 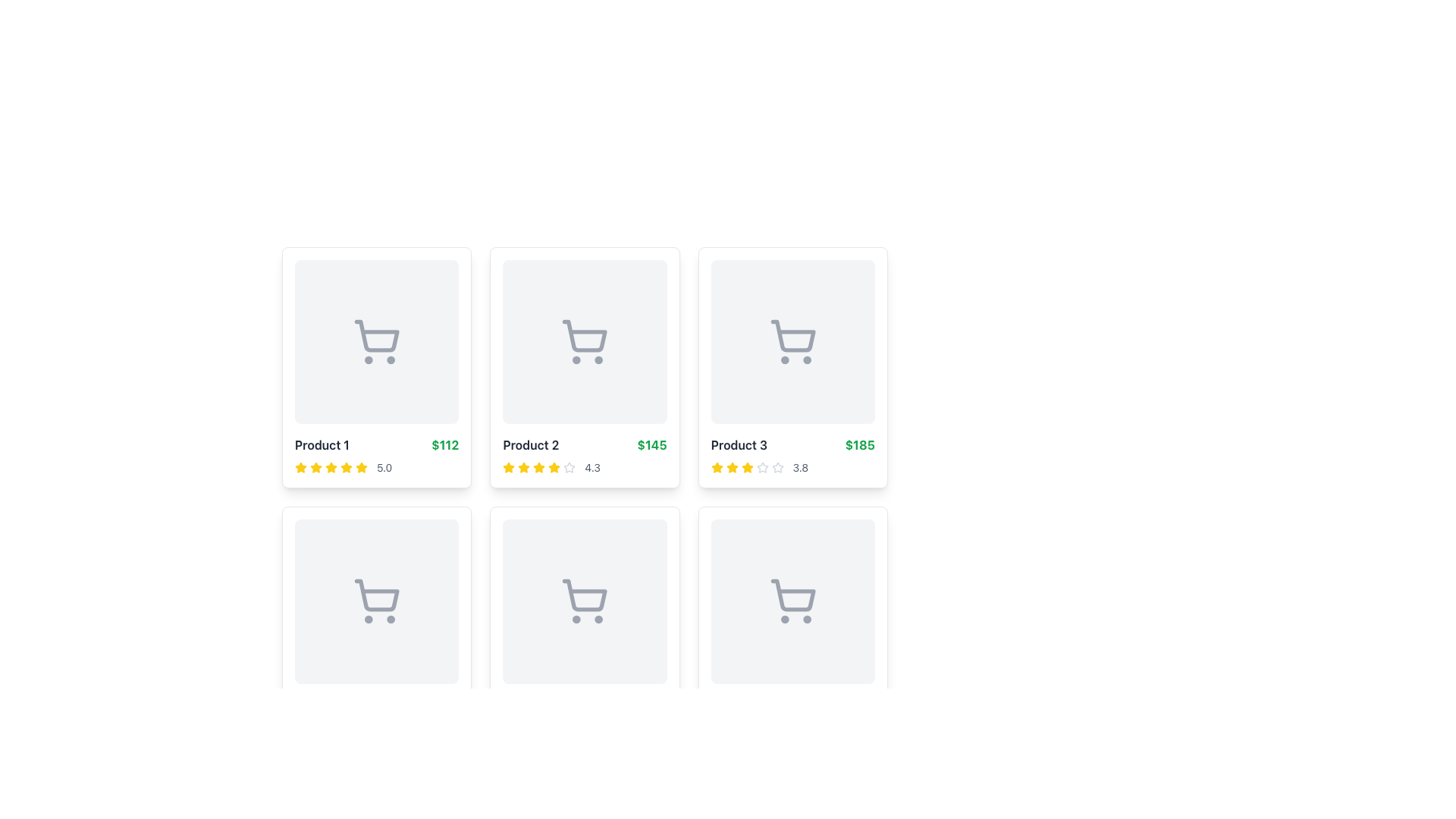 I want to click on the rating display element consisting of yellow stars and a numeric rating value '4.3' located in the lower region of the card labeled 'Product 2', so click(x=584, y=467).